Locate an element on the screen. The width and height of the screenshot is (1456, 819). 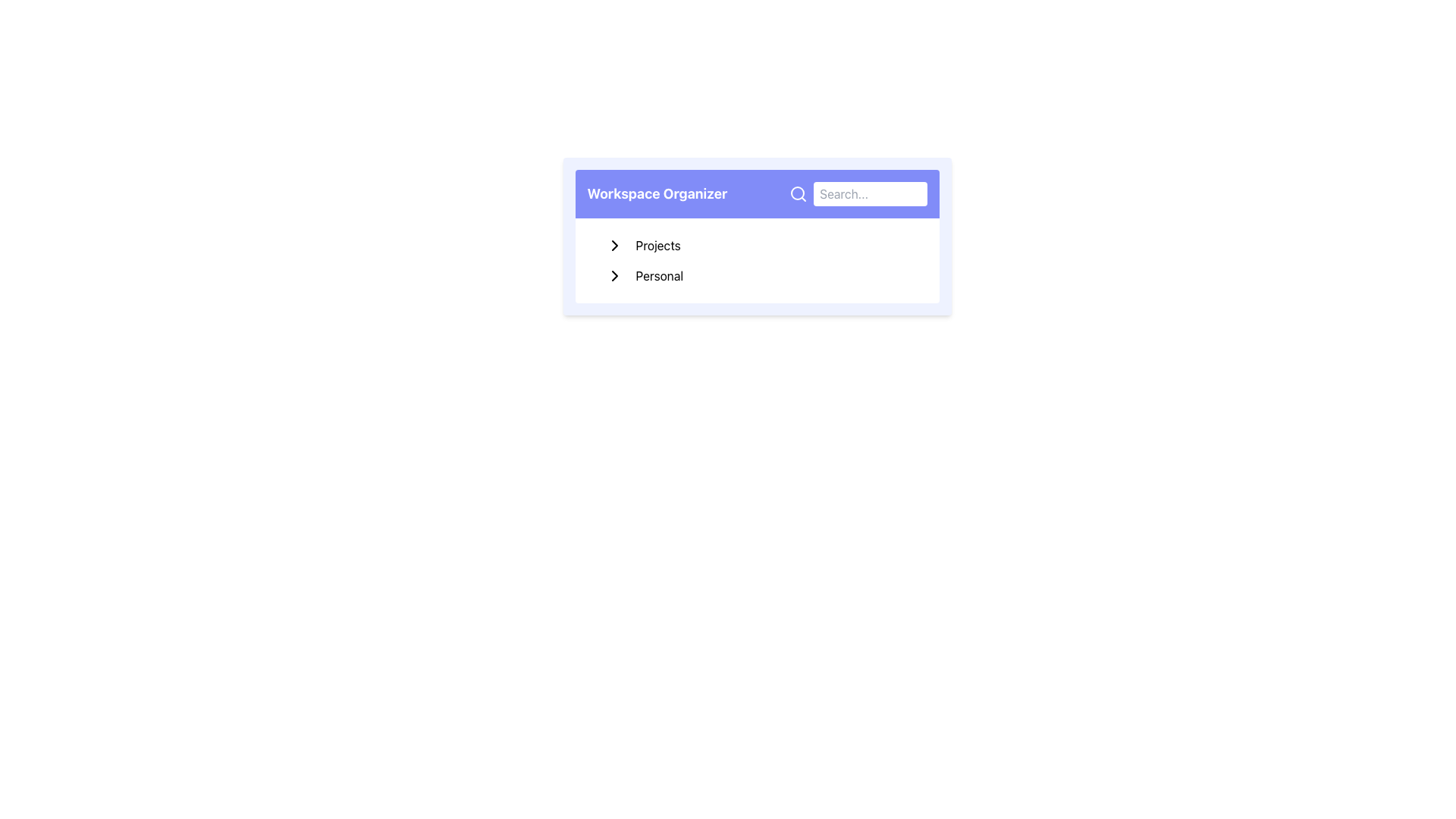
the icon that serves as a visual indicator for expanding or navigating to details related to the 'Personal' list item, positioned to the left of the text 'Personal' is located at coordinates (614, 275).